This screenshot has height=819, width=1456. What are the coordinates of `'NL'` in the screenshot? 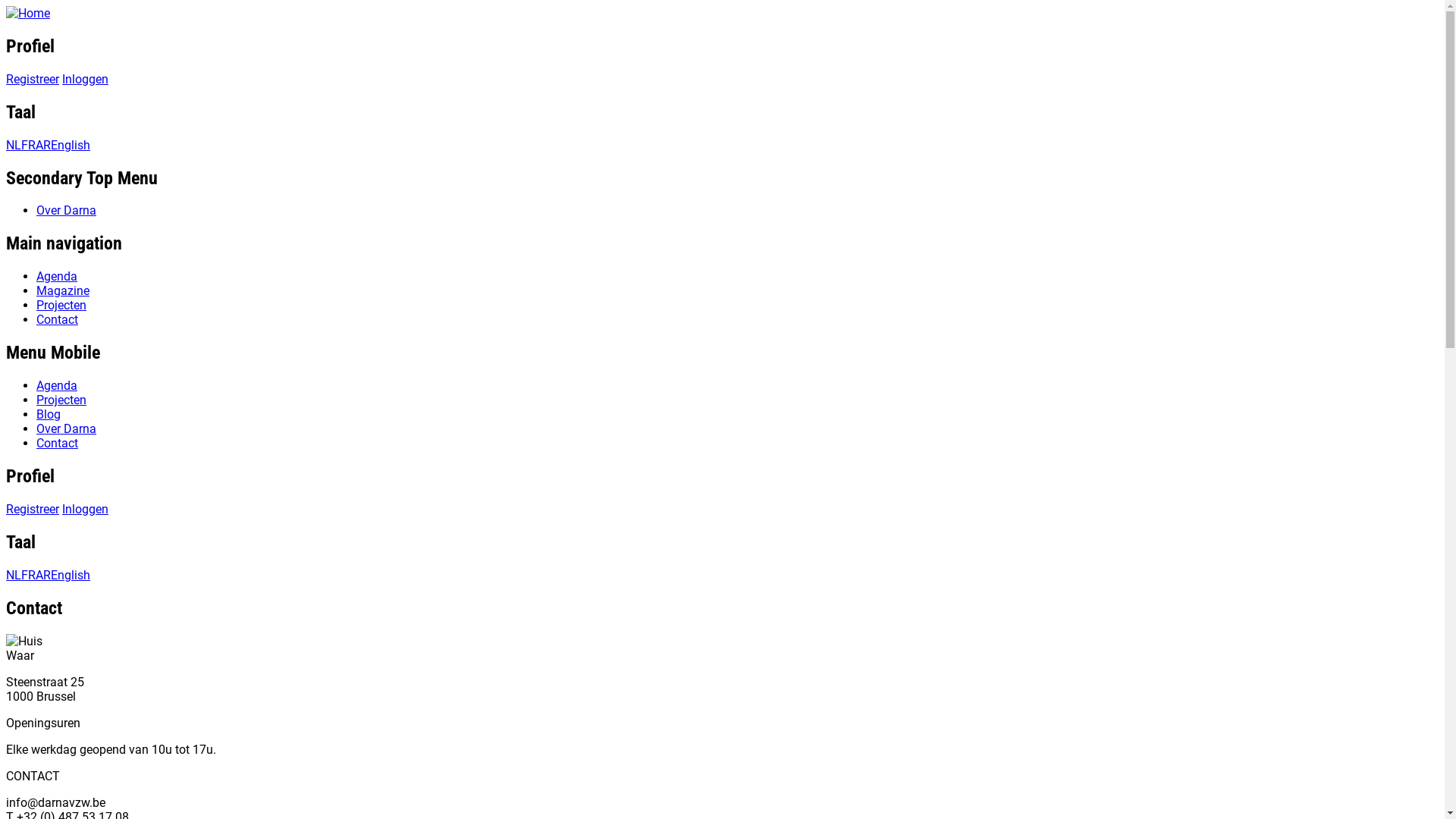 It's located at (14, 145).